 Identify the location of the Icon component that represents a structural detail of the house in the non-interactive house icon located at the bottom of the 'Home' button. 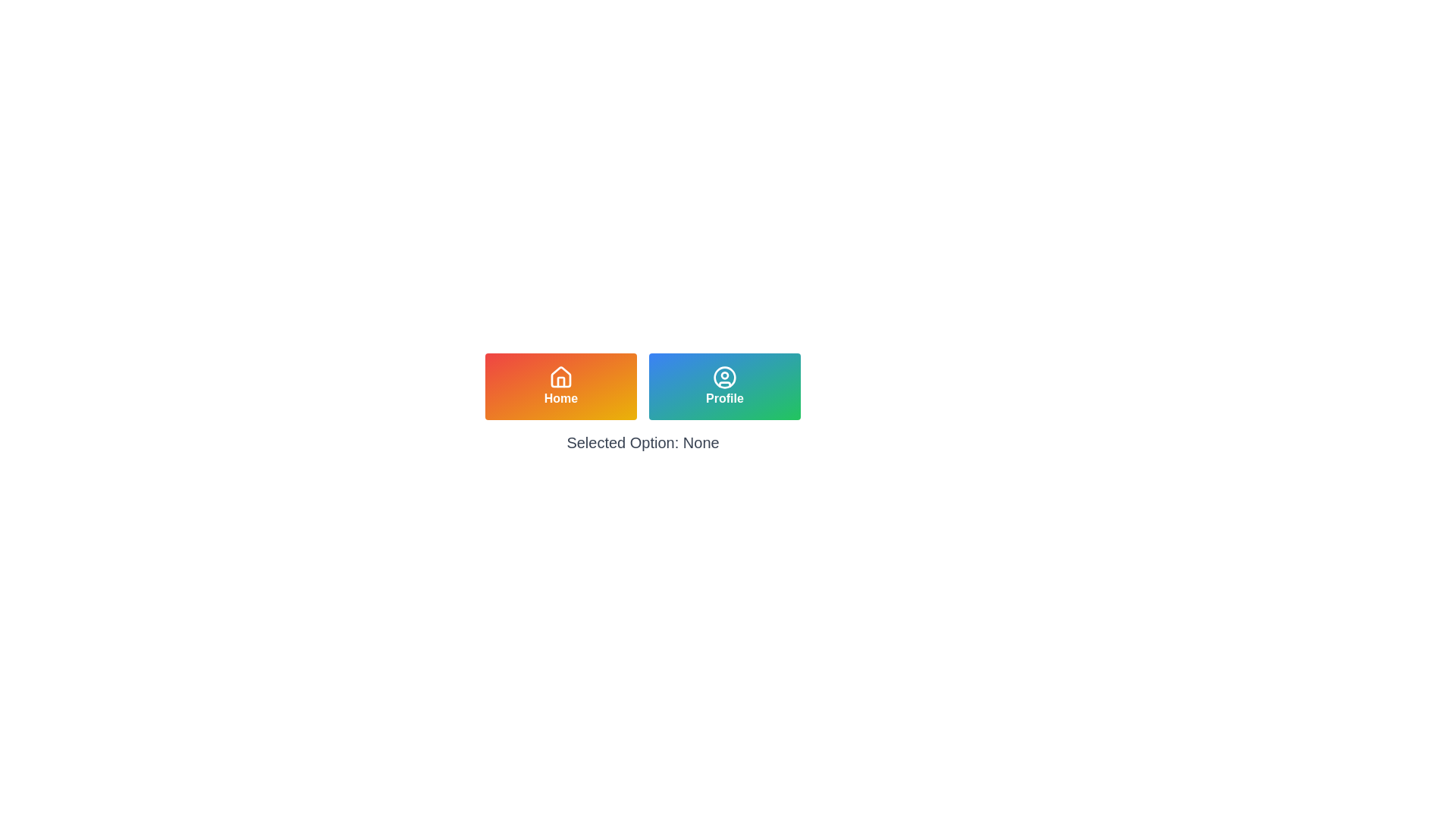
(560, 381).